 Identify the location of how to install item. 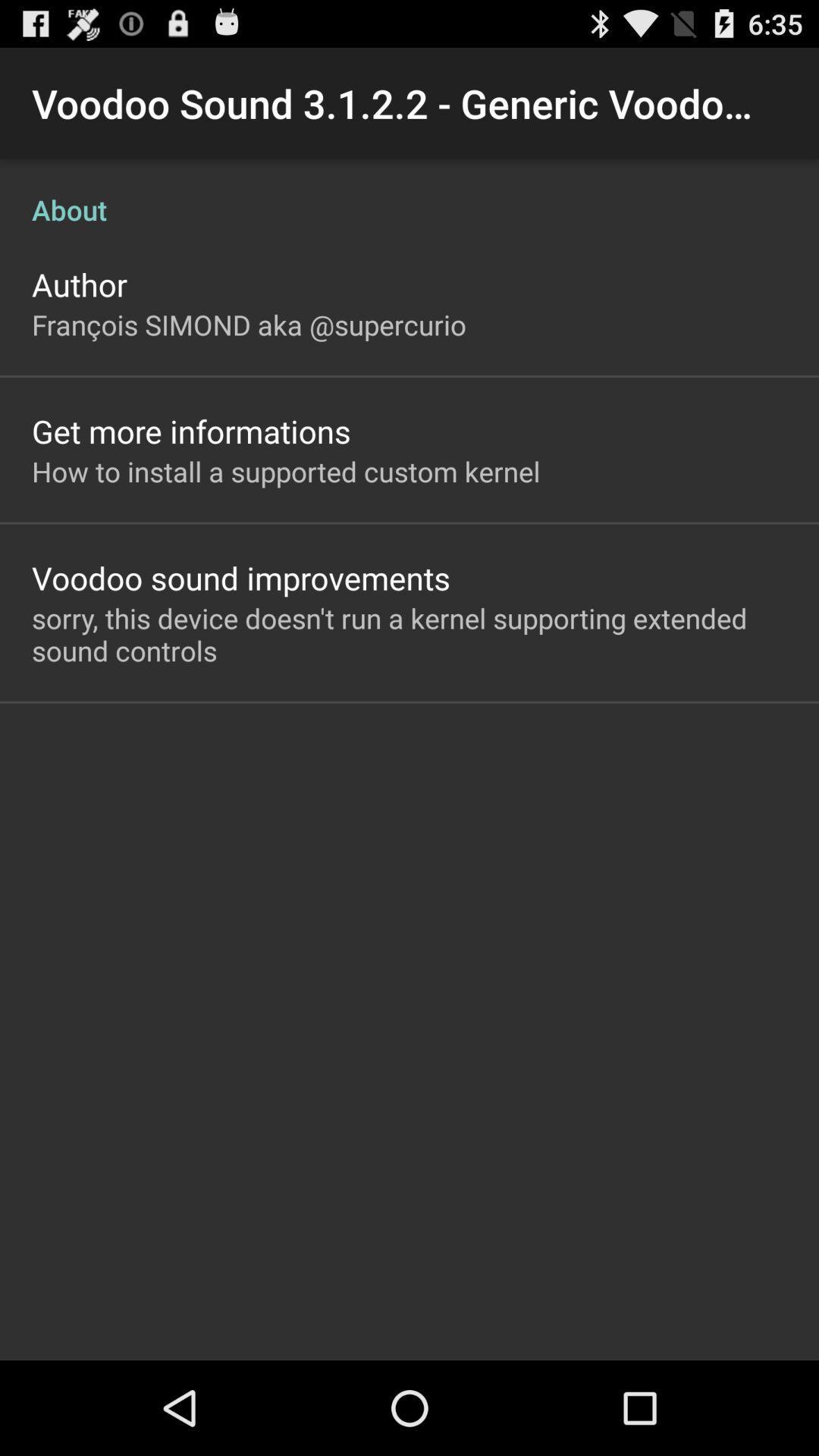
(286, 470).